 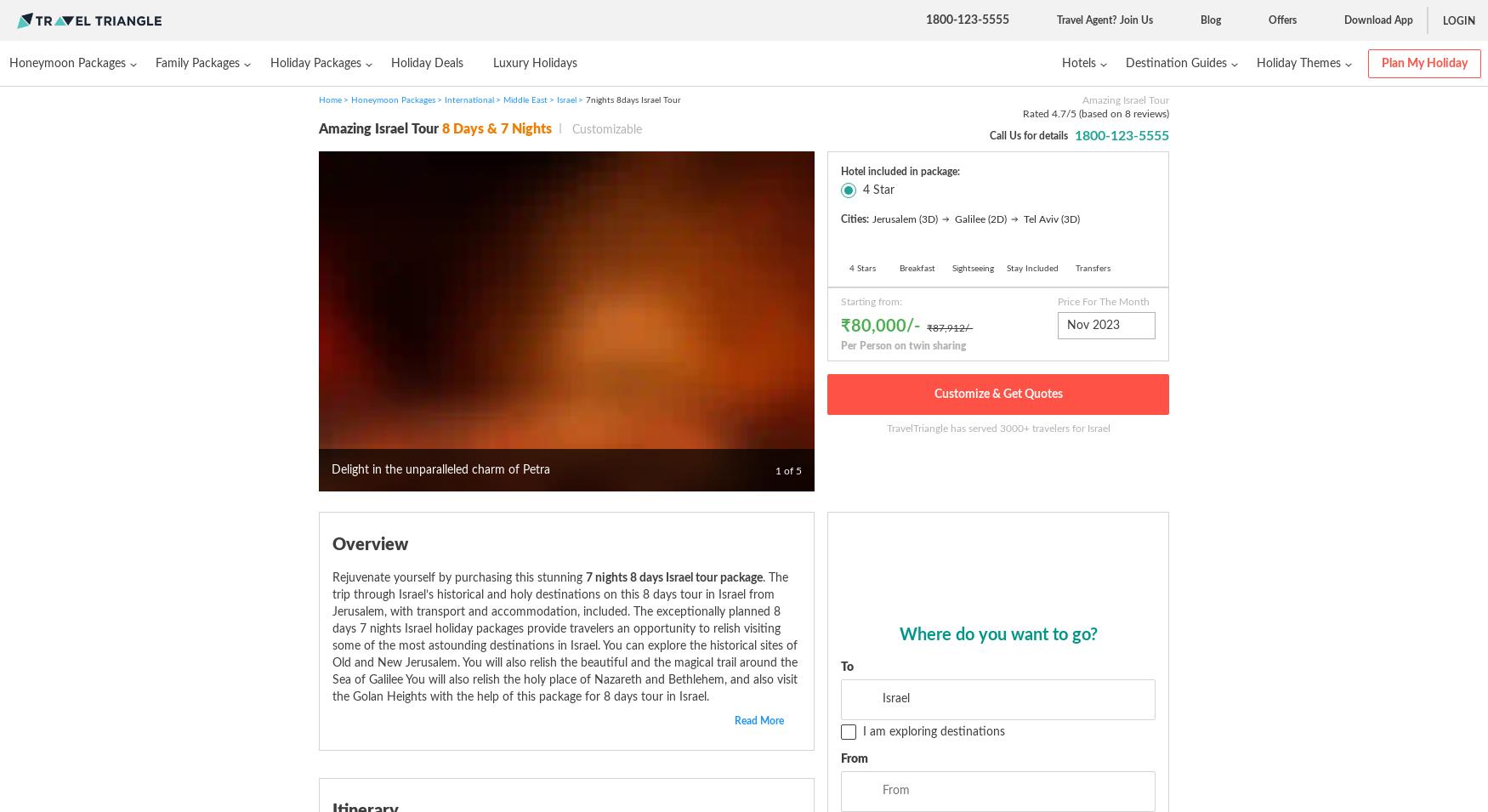 I want to click on 'Login', so click(x=1459, y=20).